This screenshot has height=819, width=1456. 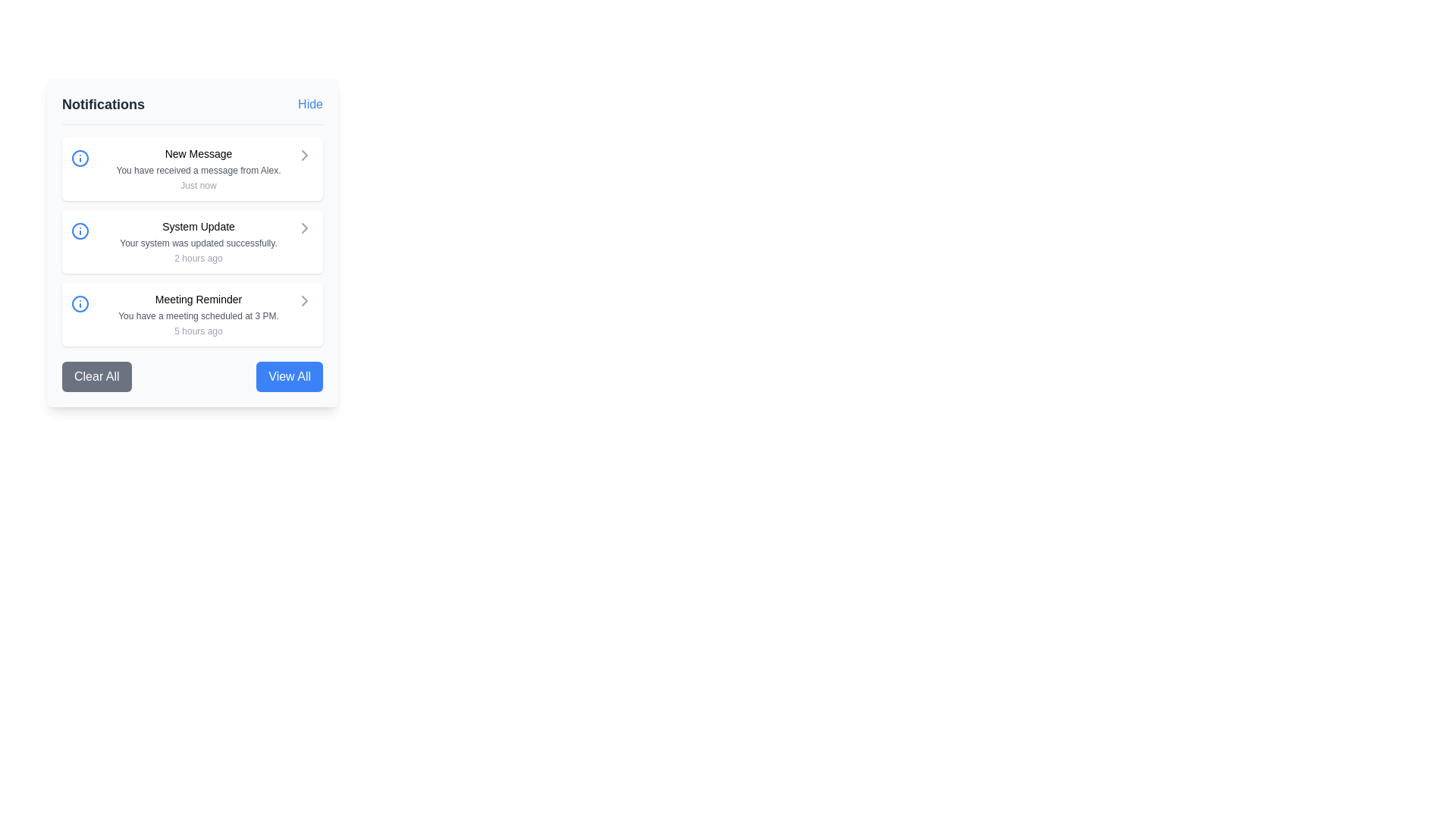 What do you see at coordinates (198, 314) in the screenshot?
I see `the third notification card displaying the reminder notification about a meeting scheduled at 3 PM` at bounding box center [198, 314].